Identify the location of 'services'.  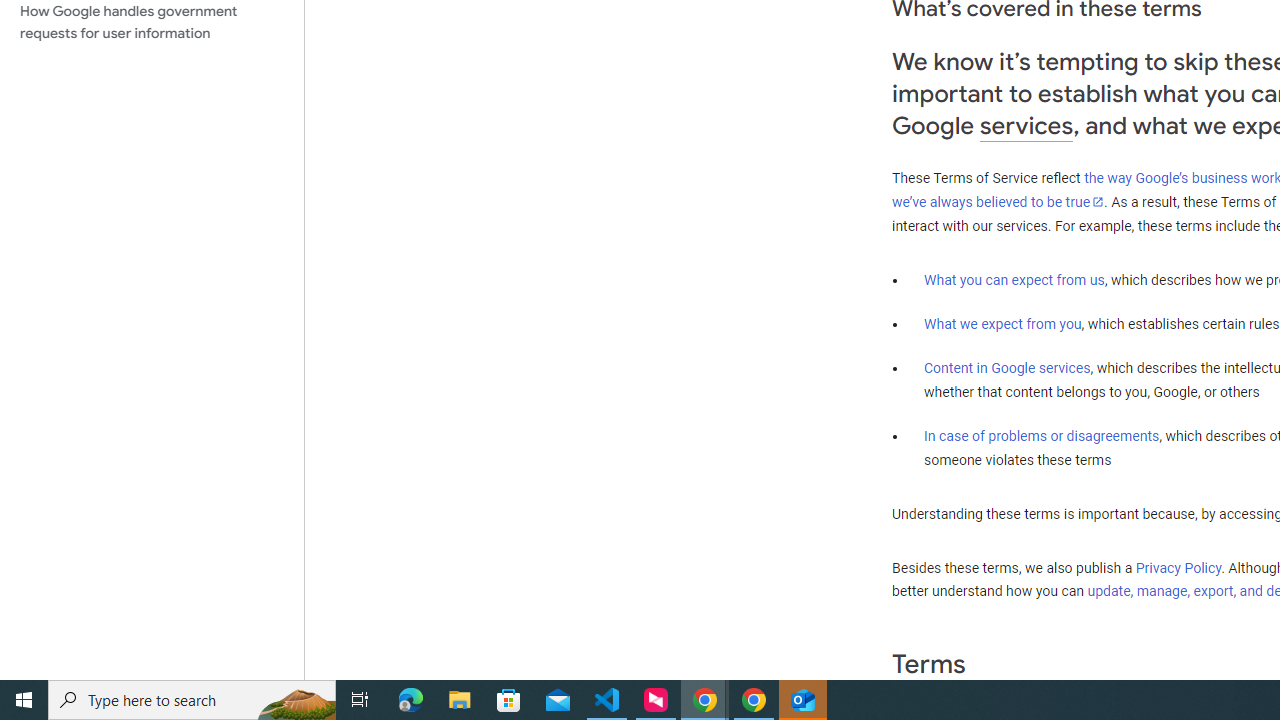
(1026, 125).